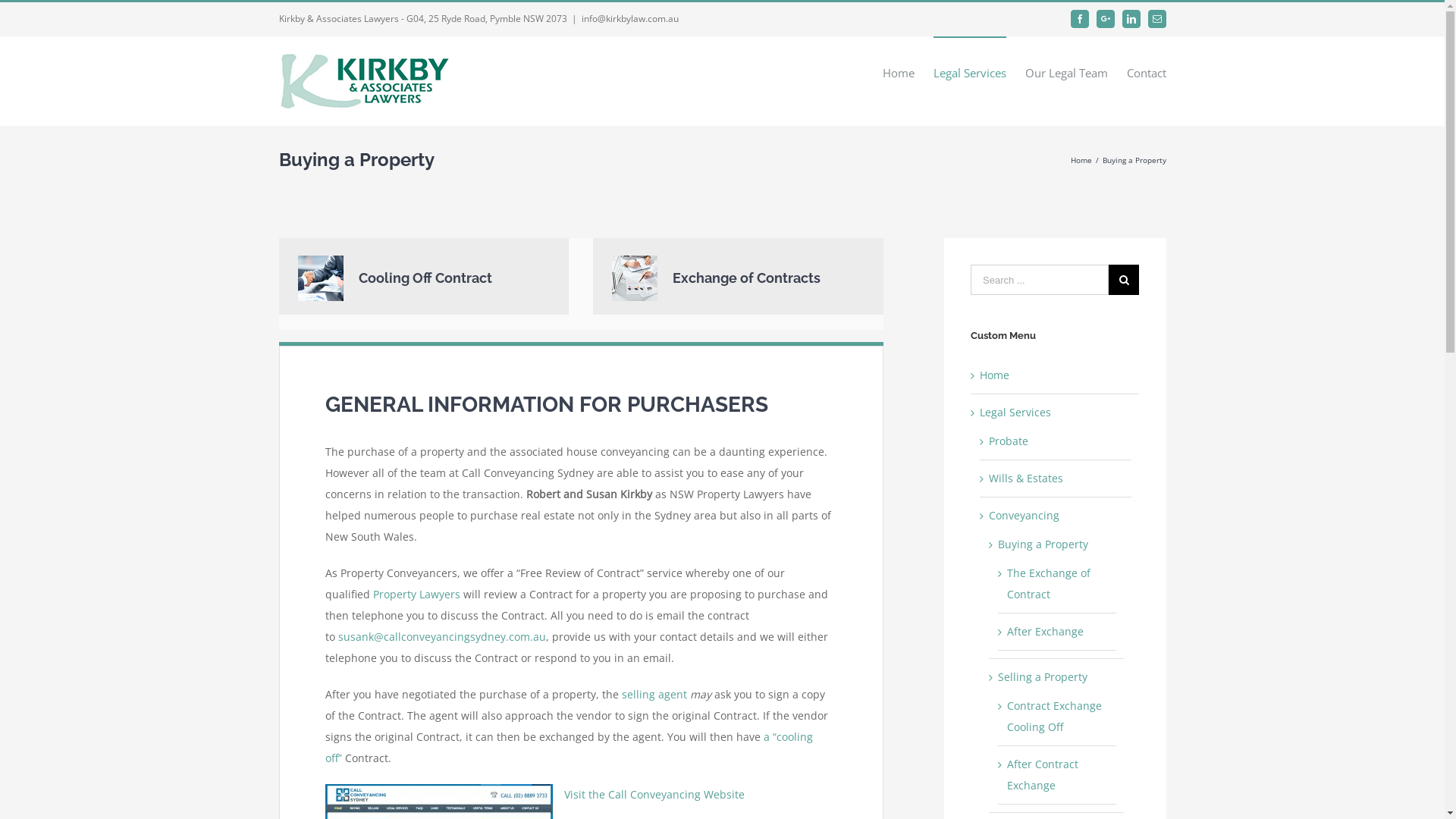 The image size is (1456, 819). What do you see at coordinates (1041, 774) in the screenshot?
I see `'After Contract Exchange'` at bounding box center [1041, 774].